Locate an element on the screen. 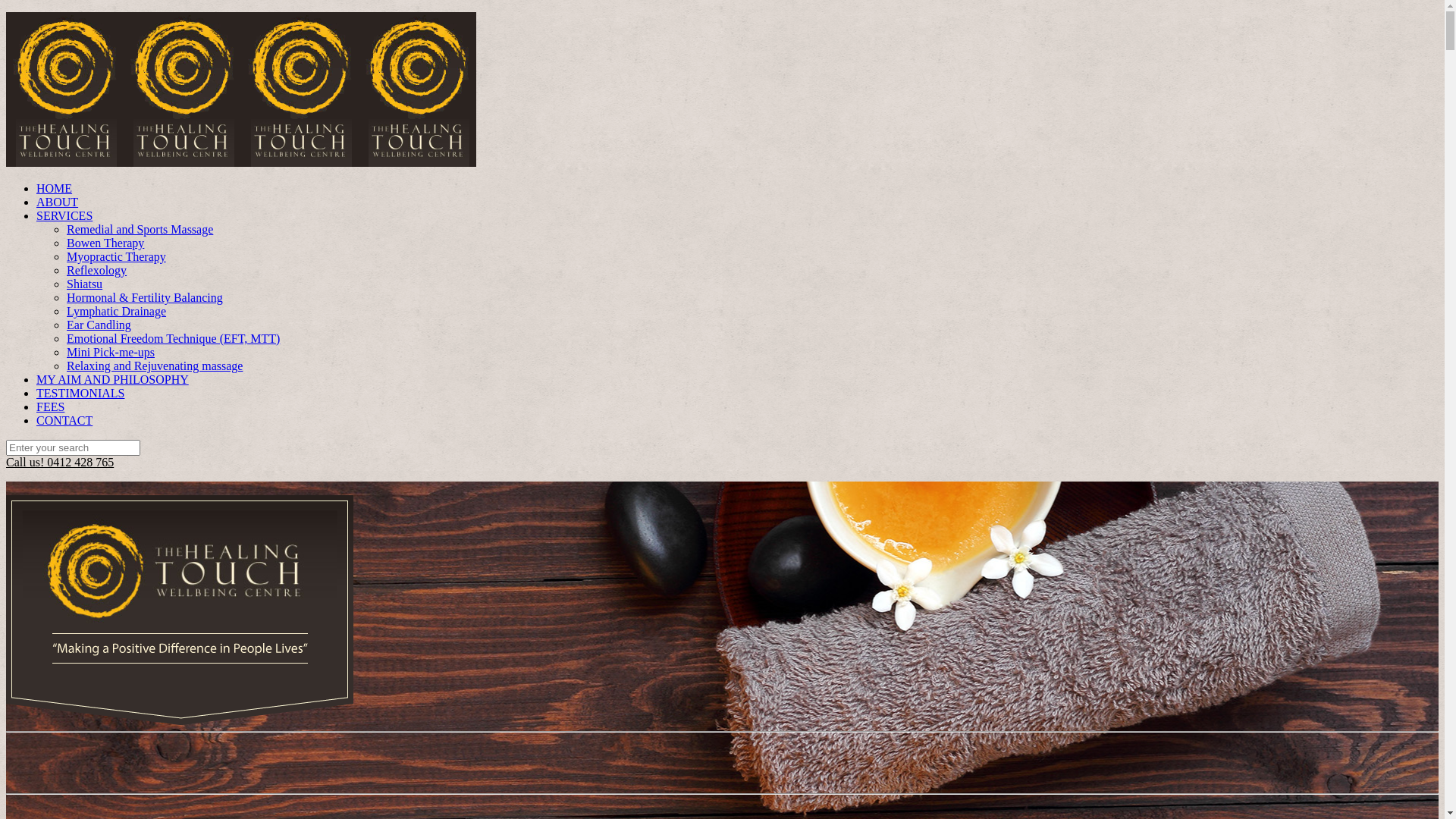  'Bowen Therapy' is located at coordinates (105, 242).